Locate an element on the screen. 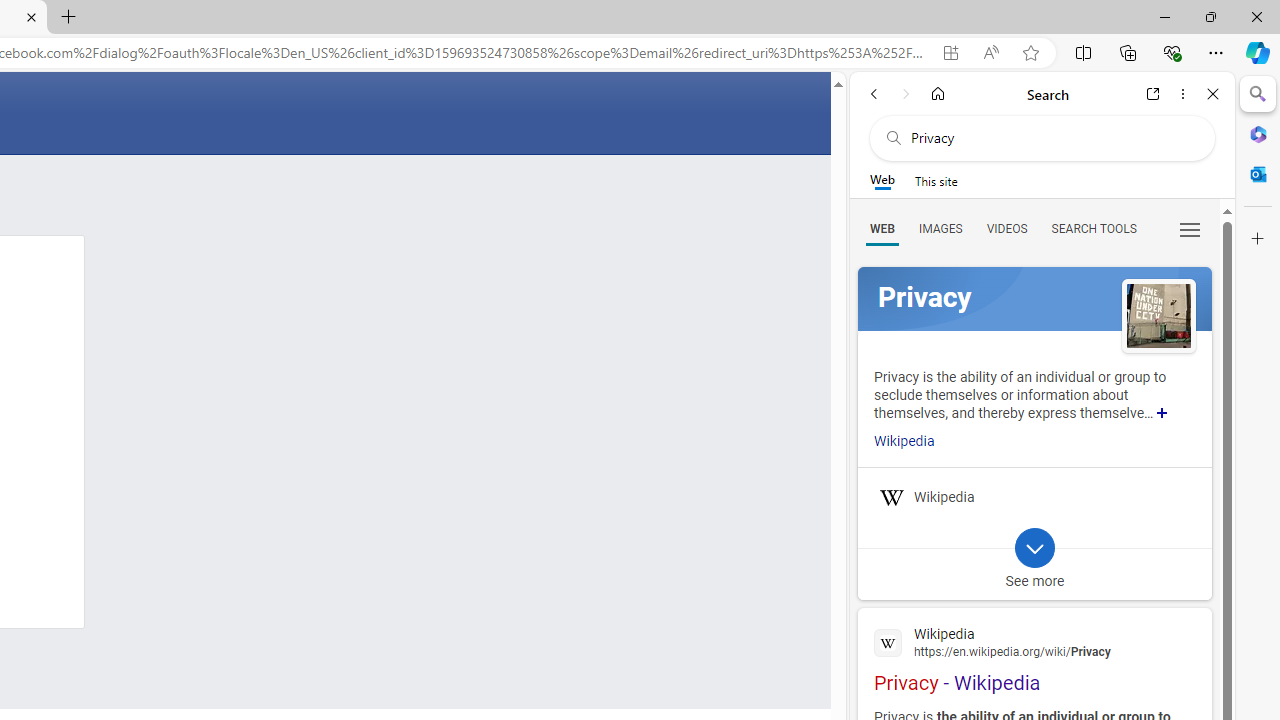 The width and height of the screenshot is (1280, 720). 'Customize' is located at coordinates (1257, 238).